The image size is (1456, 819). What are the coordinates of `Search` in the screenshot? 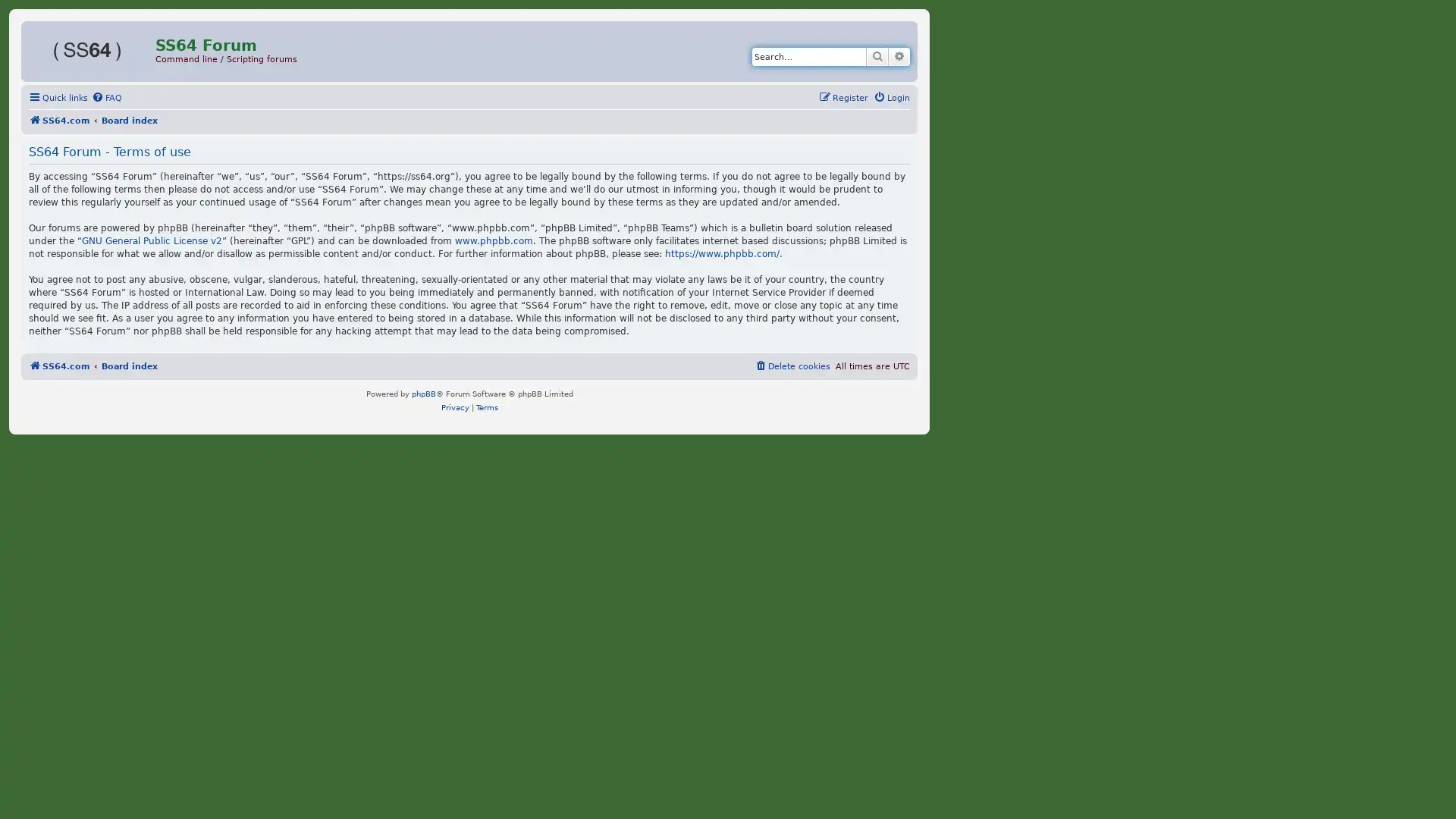 It's located at (877, 55).